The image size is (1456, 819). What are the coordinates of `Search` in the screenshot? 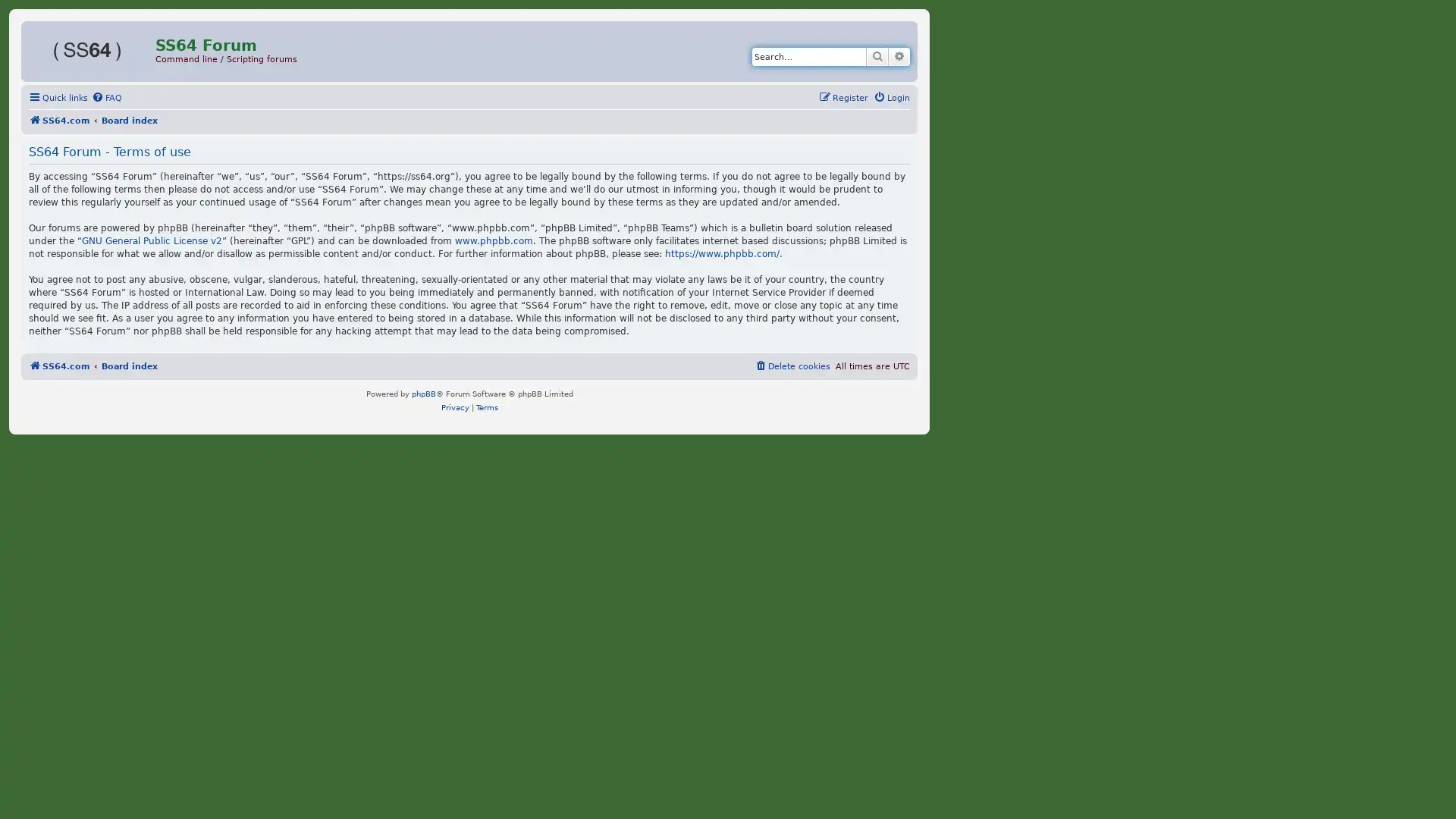 It's located at (877, 55).